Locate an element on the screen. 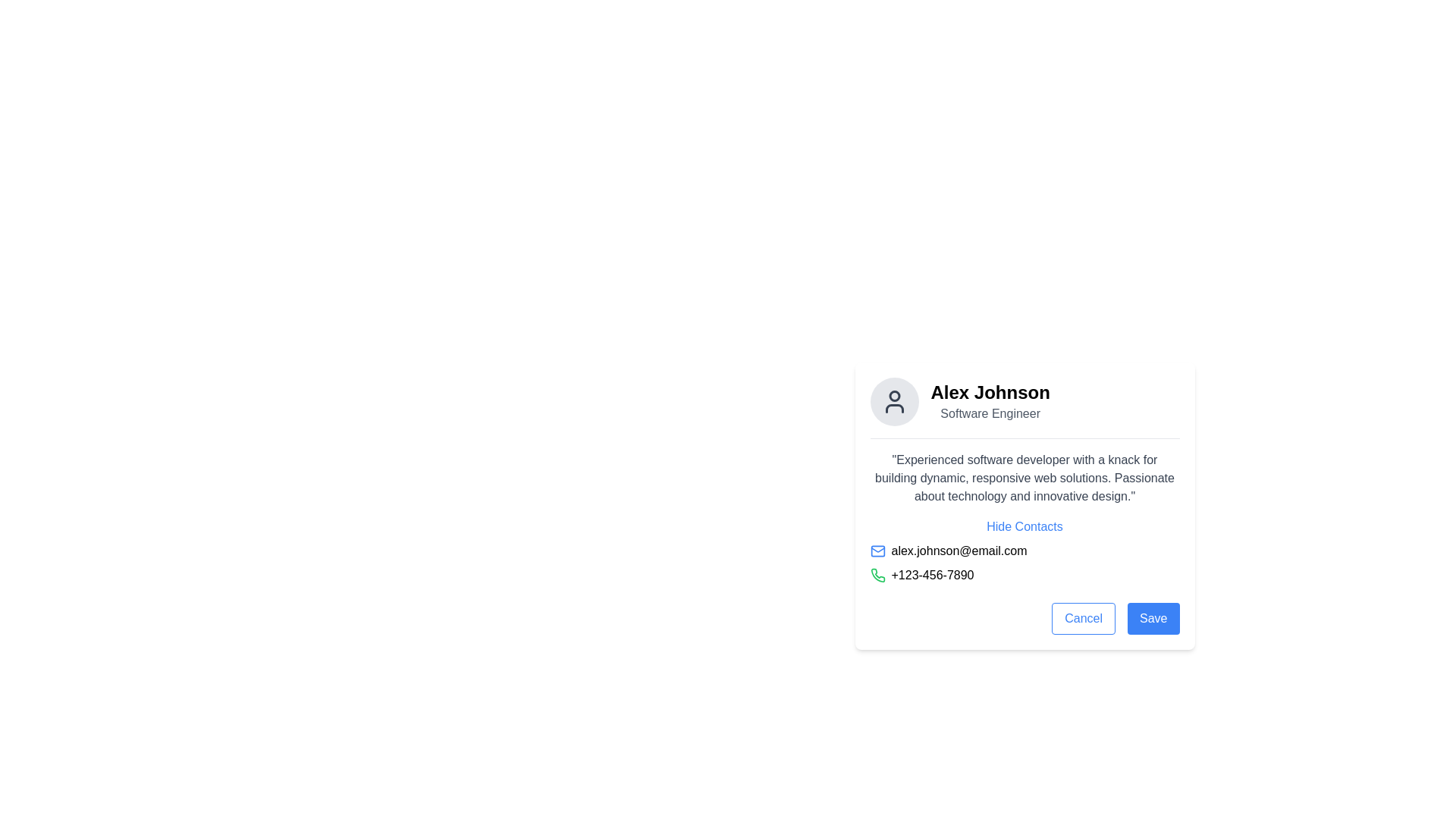 Image resolution: width=1456 pixels, height=819 pixels. the green phone receiver icon located to the left of the phone number '+123-456-7890' in the contact information section of the card layout is located at coordinates (877, 576).